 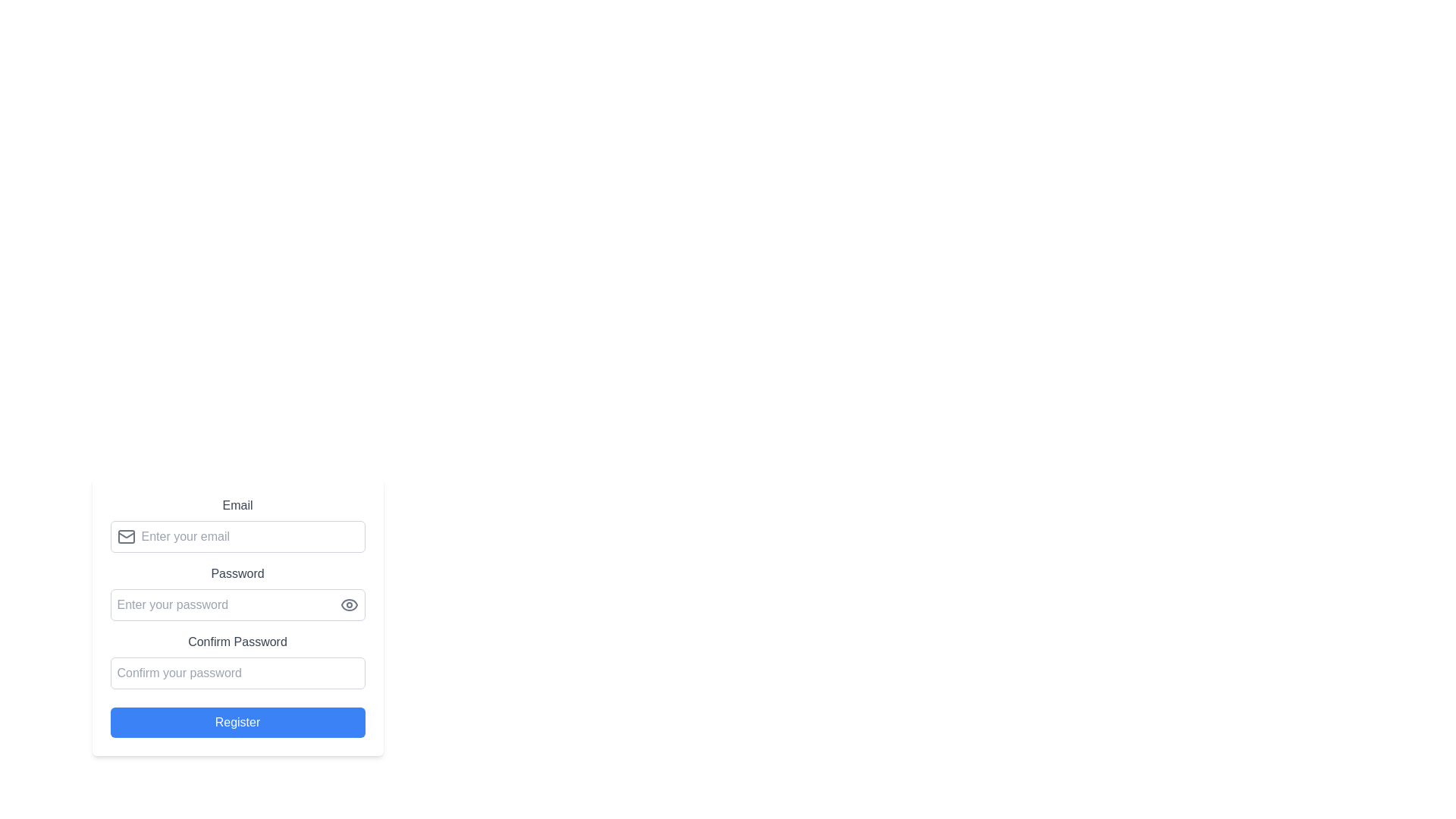 What do you see at coordinates (348, 604) in the screenshot?
I see `the visibility toggle button located to the right of the password input field` at bounding box center [348, 604].